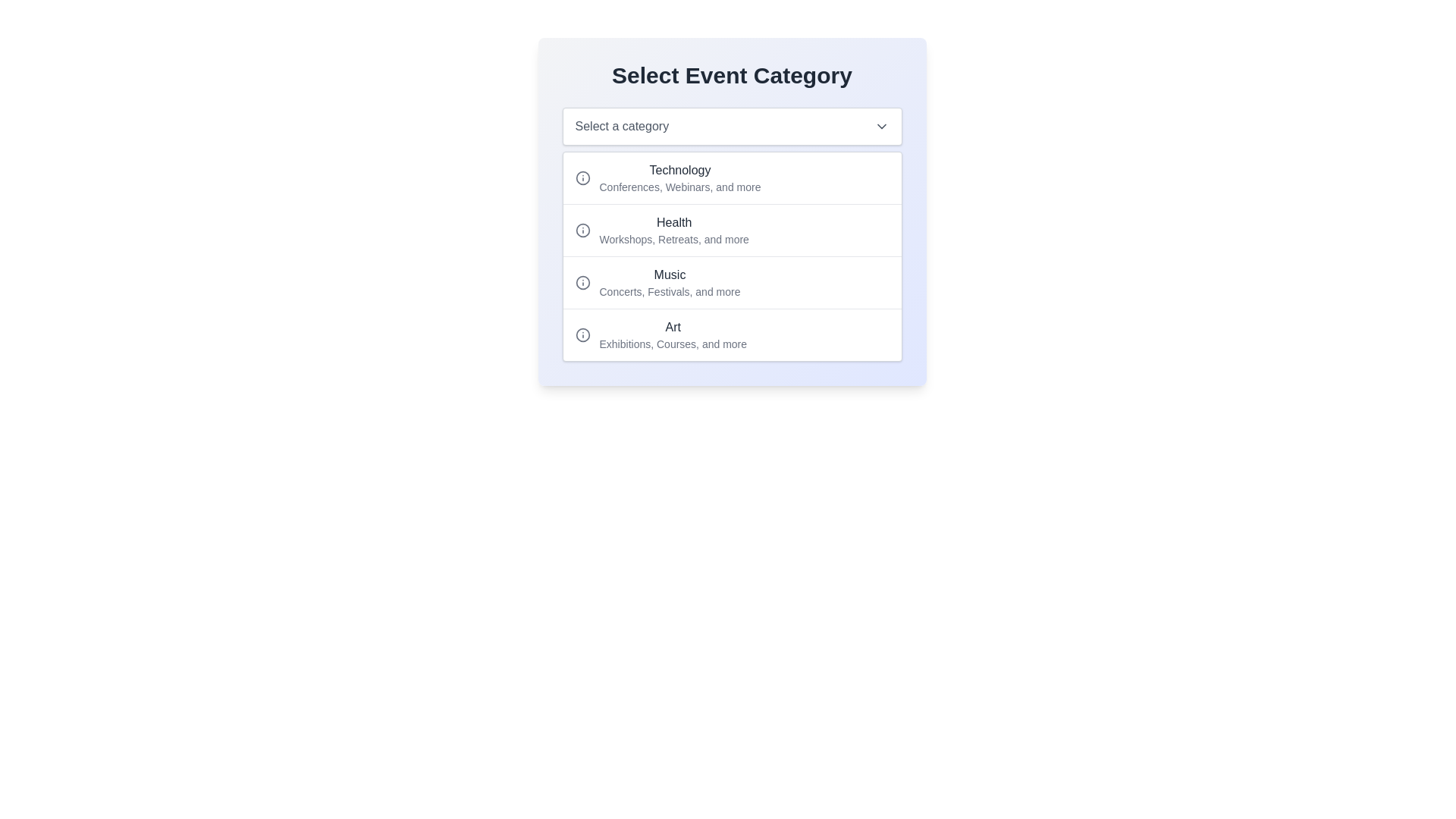 Image resolution: width=1456 pixels, height=819 pixels. Describe the element at coordinates (673, 222) in the screenshot. I see `the 'Health' text label, which identifies the Health category within the selectable event list, located under 'Select Event Category.'` at that location.